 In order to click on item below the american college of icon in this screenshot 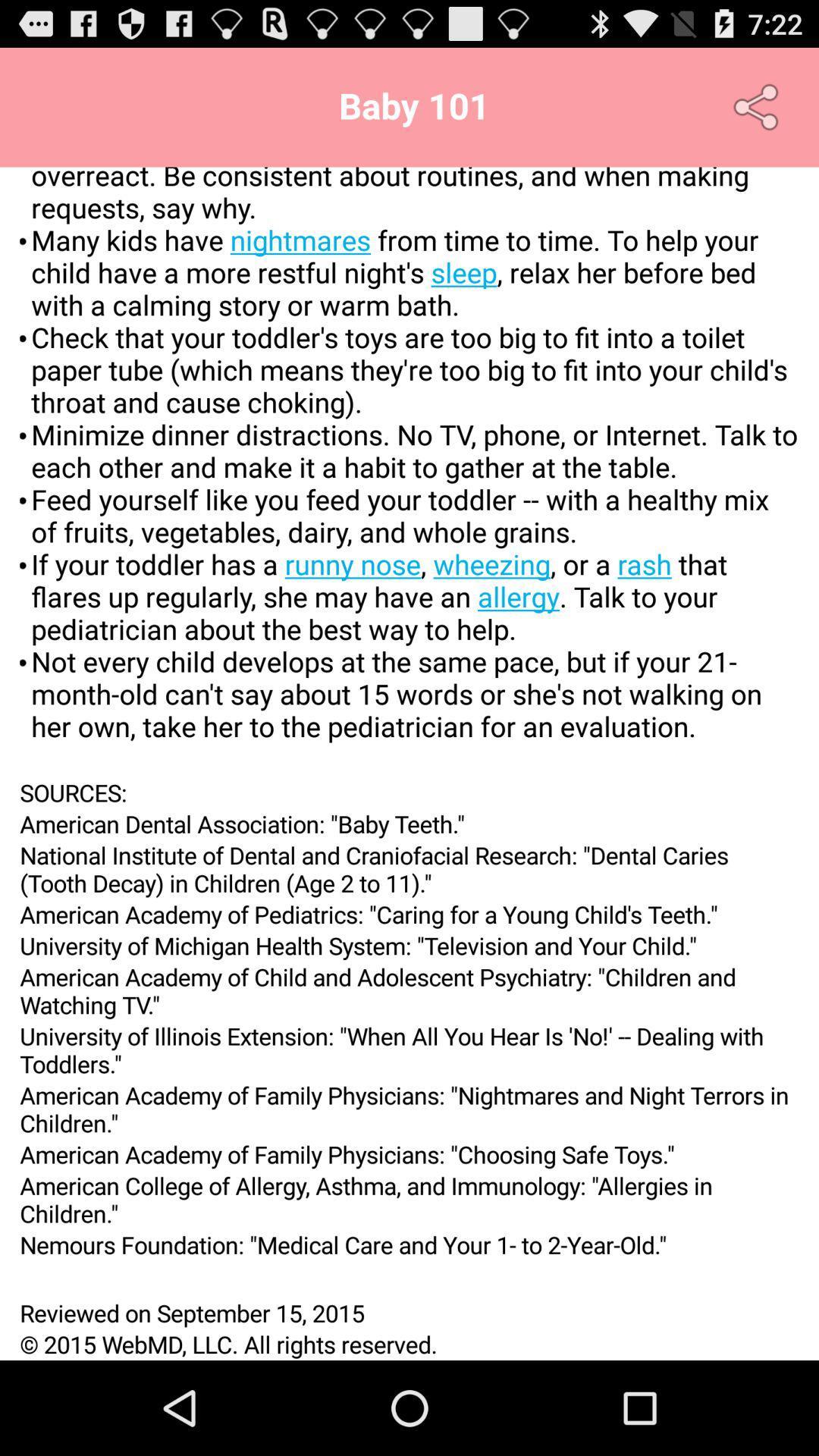, I will do `click(409, 1244)`.